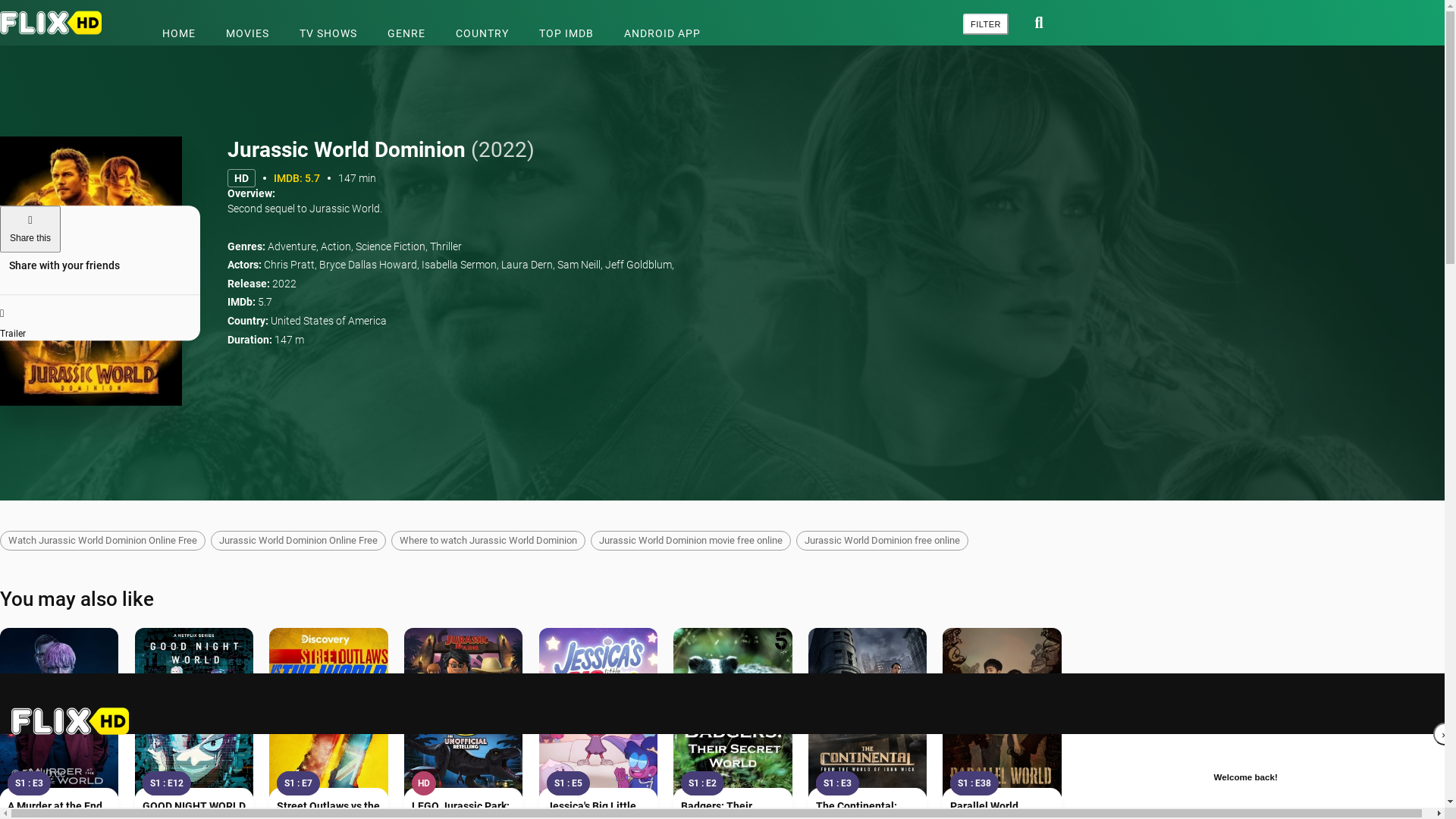  Describe the element at coordinates (662, 33) in the screenshot. I see `'ANDROID APP'` at that location.